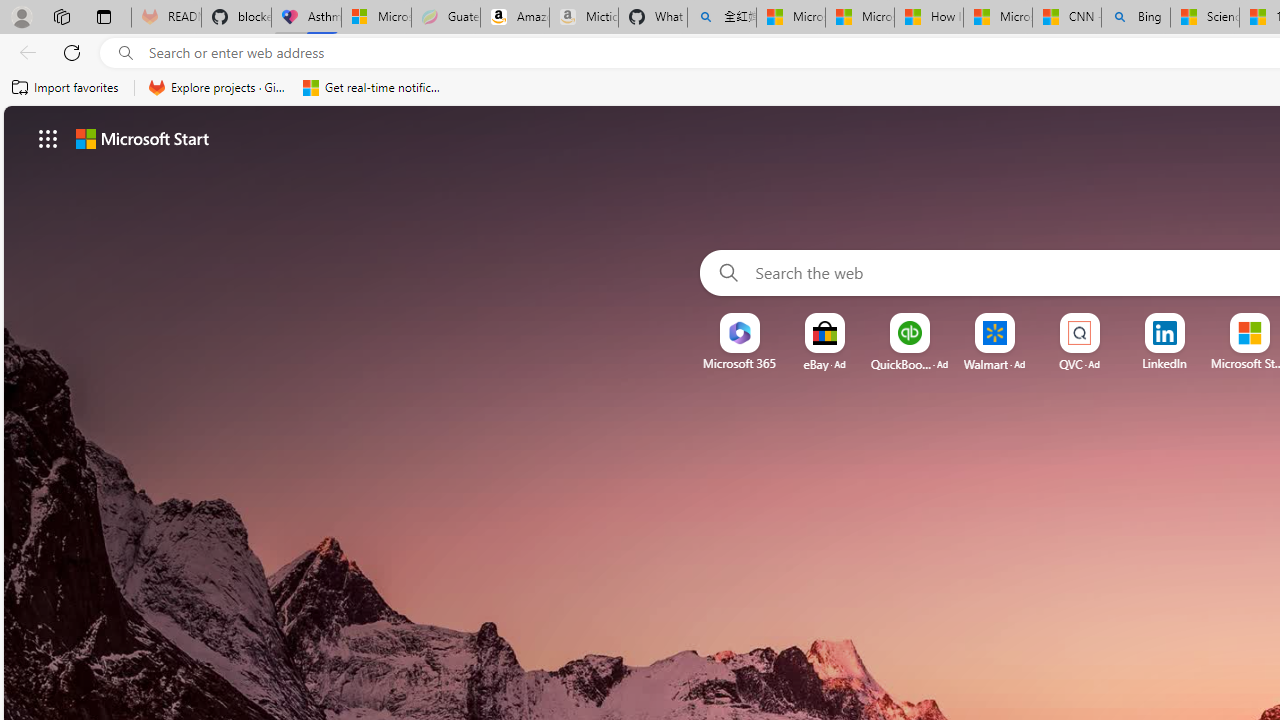 This screenshot has width=1280, height=720. I want to click on 'CNN - MSN', so click(1065, 17).